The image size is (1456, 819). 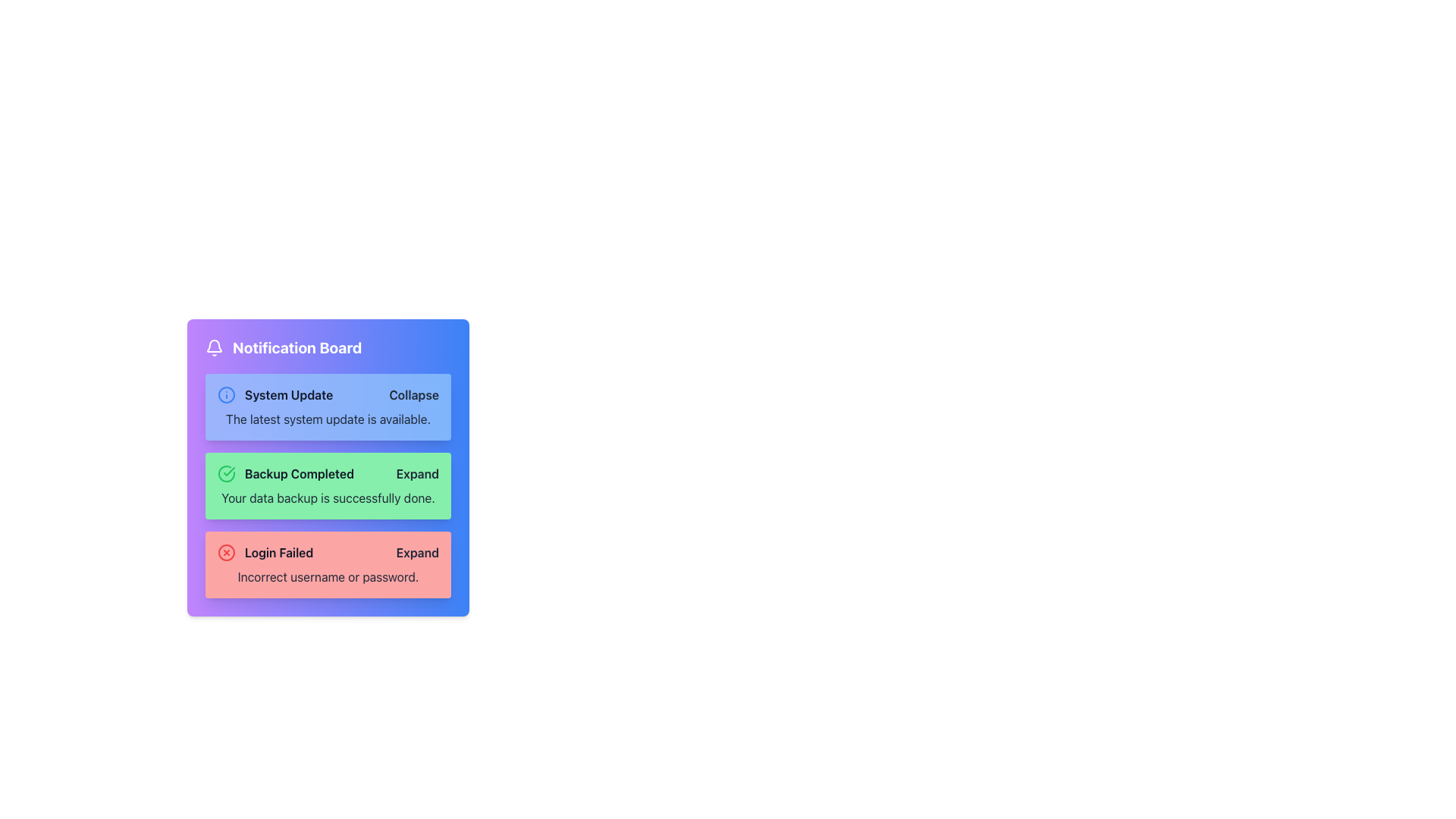 What do you see at coordinates (225, 553) in the screenshot?
I see `the Circular SVG graphical element that indicates an error in the 'Login Failed' notification card located at the bottom of the notification board` at bounding box center [225, 553].